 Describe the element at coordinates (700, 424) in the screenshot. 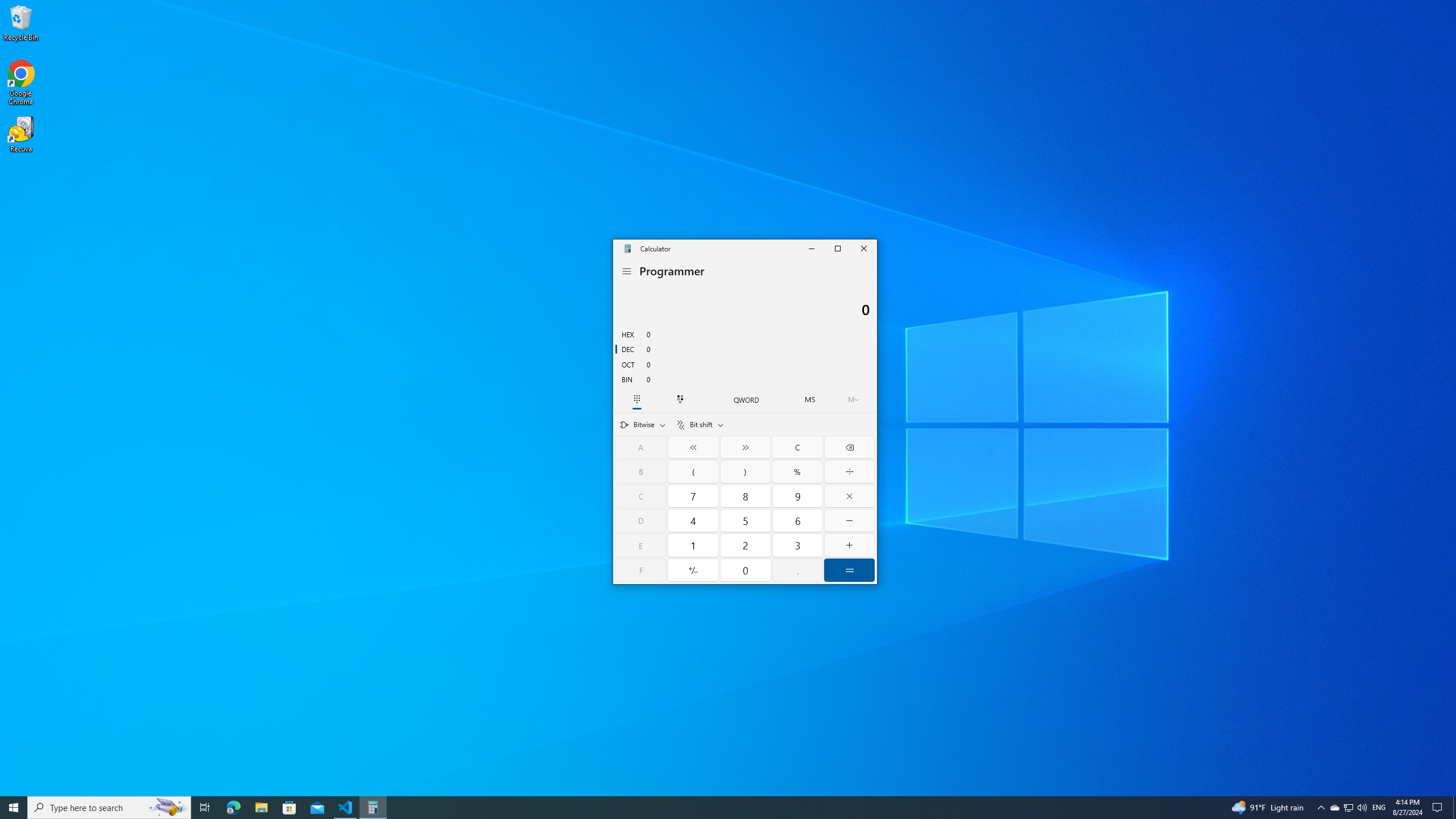

I see `'Bitshift'` at that location.